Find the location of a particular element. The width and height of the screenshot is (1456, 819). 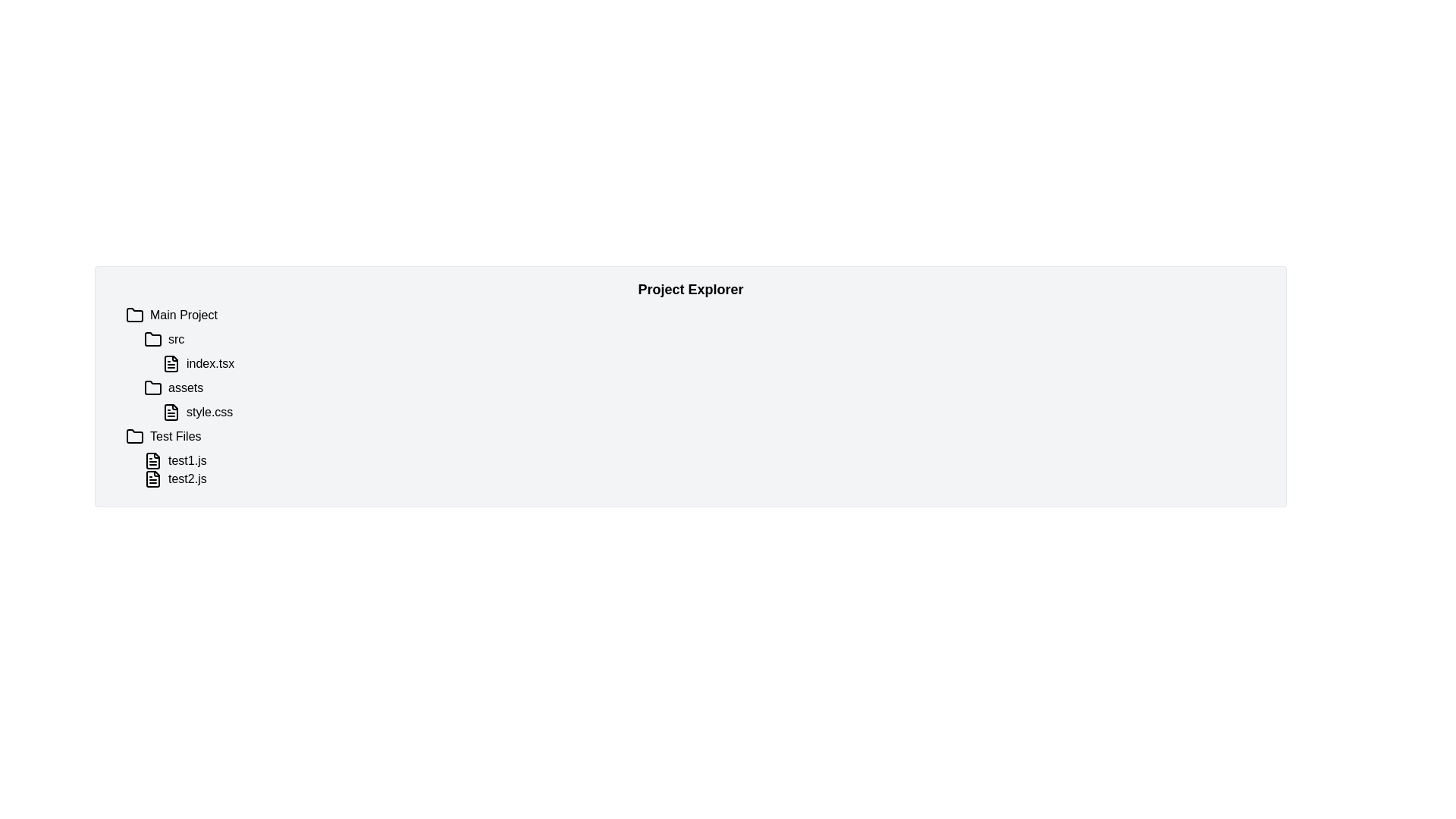

the 'index.tsx' file icon located in the 'src' folder is located at coordinates (171, 363).